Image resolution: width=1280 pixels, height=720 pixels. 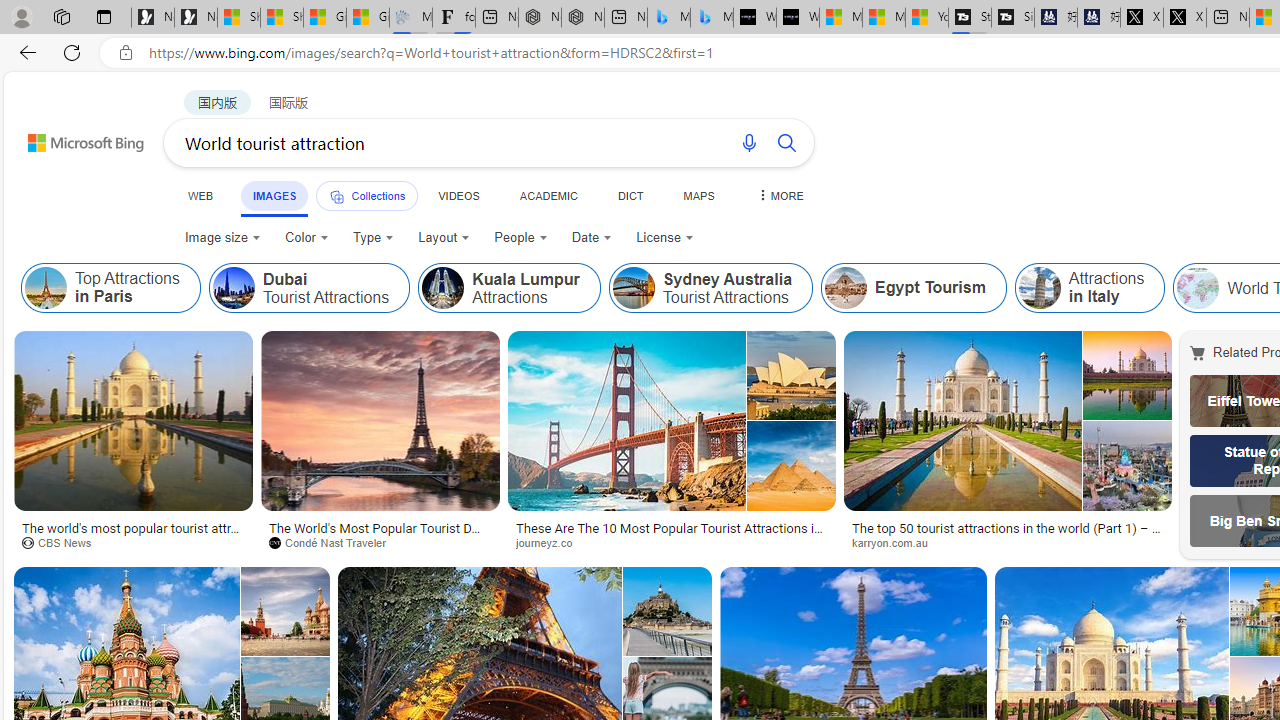 I want to click on 'License', so click(x=665, y=236).